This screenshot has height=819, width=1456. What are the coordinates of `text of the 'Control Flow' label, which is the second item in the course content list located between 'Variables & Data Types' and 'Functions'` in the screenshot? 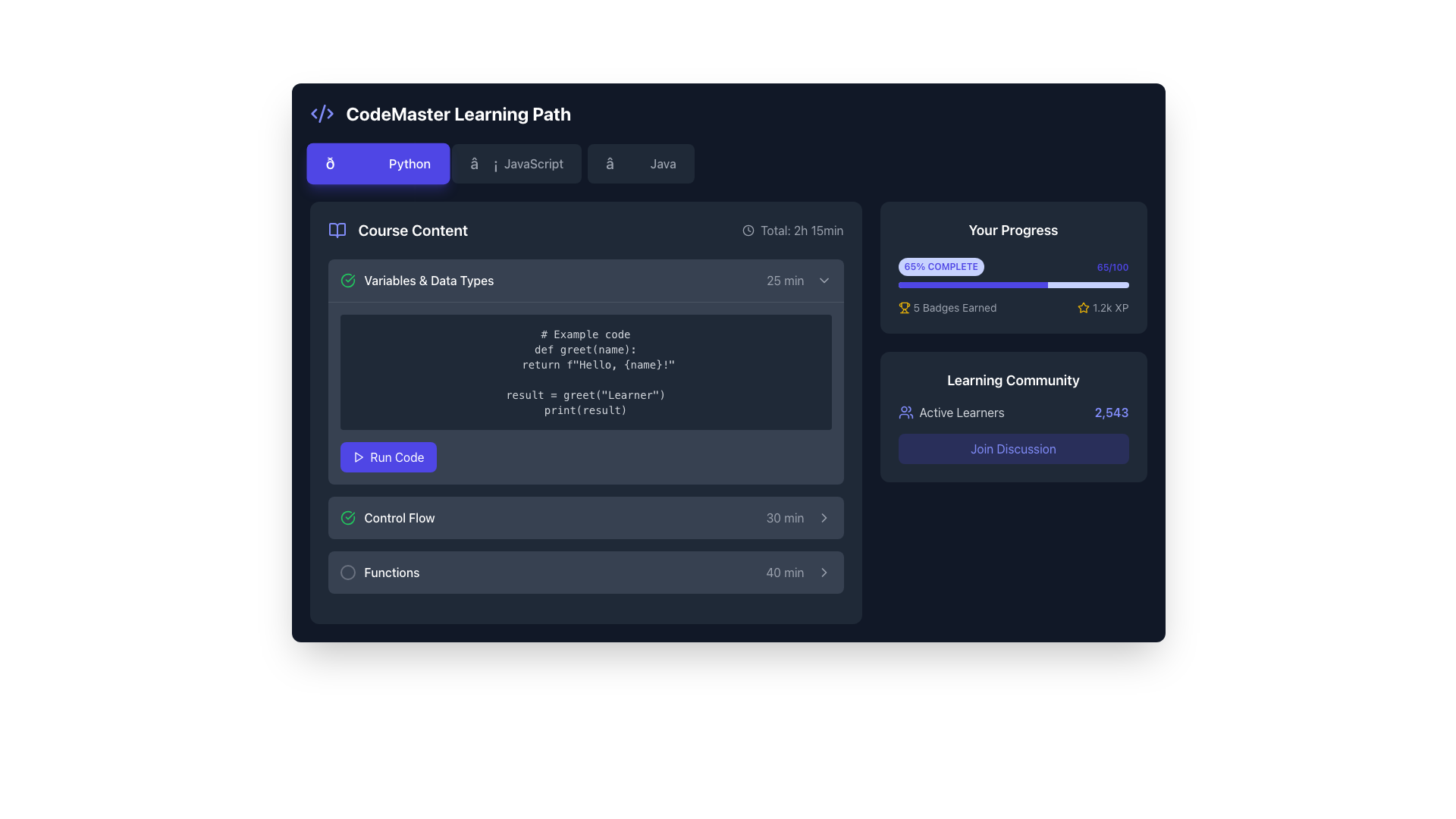 It's located at (400, 516).